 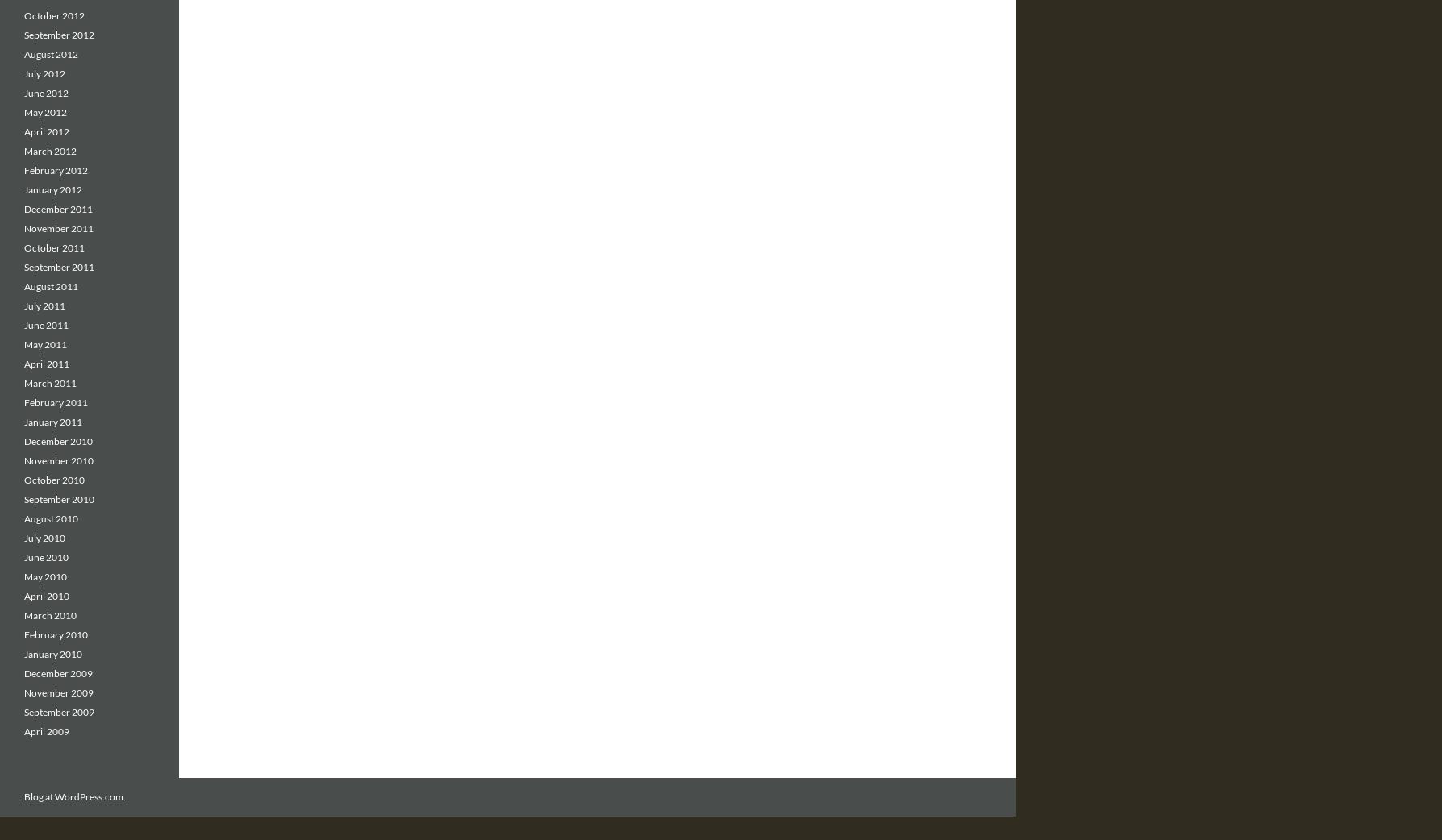 I want to click on 'January 2012', so click(x=52, y=189).